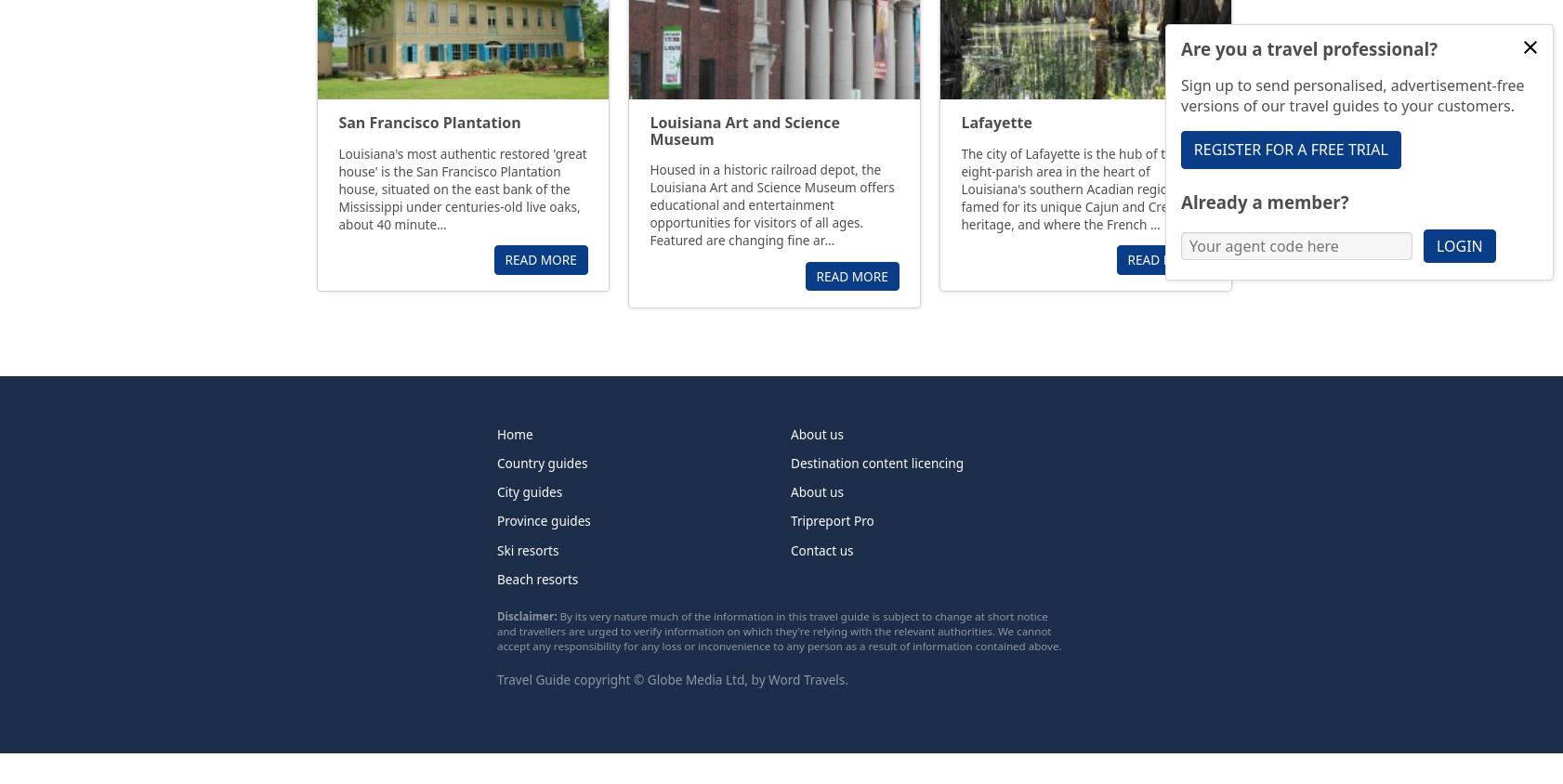 Image resolution: width=1563 pixels, height=784 pixels. Describe the element at coordinates (875, 461) in the screenshot. I see `'Destination content licencing'` at that location.